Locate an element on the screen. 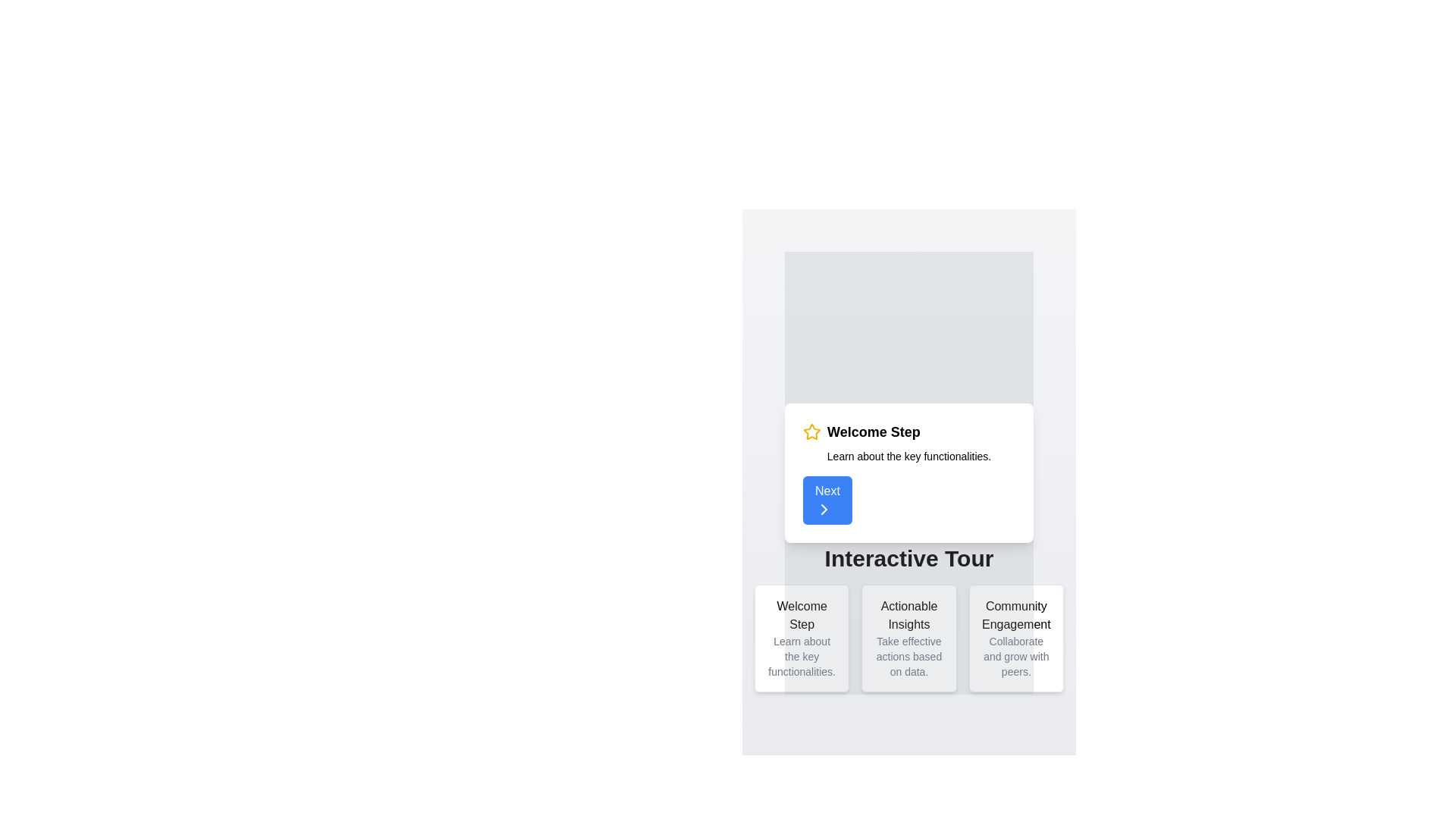 This screenshot has height=819, width=1456. the star-shaped icon outlined in yellow, which has a hollow center and is located in the middle section of the UI, adjacent to text and other minor UI components is located at coordinates (811, 431).